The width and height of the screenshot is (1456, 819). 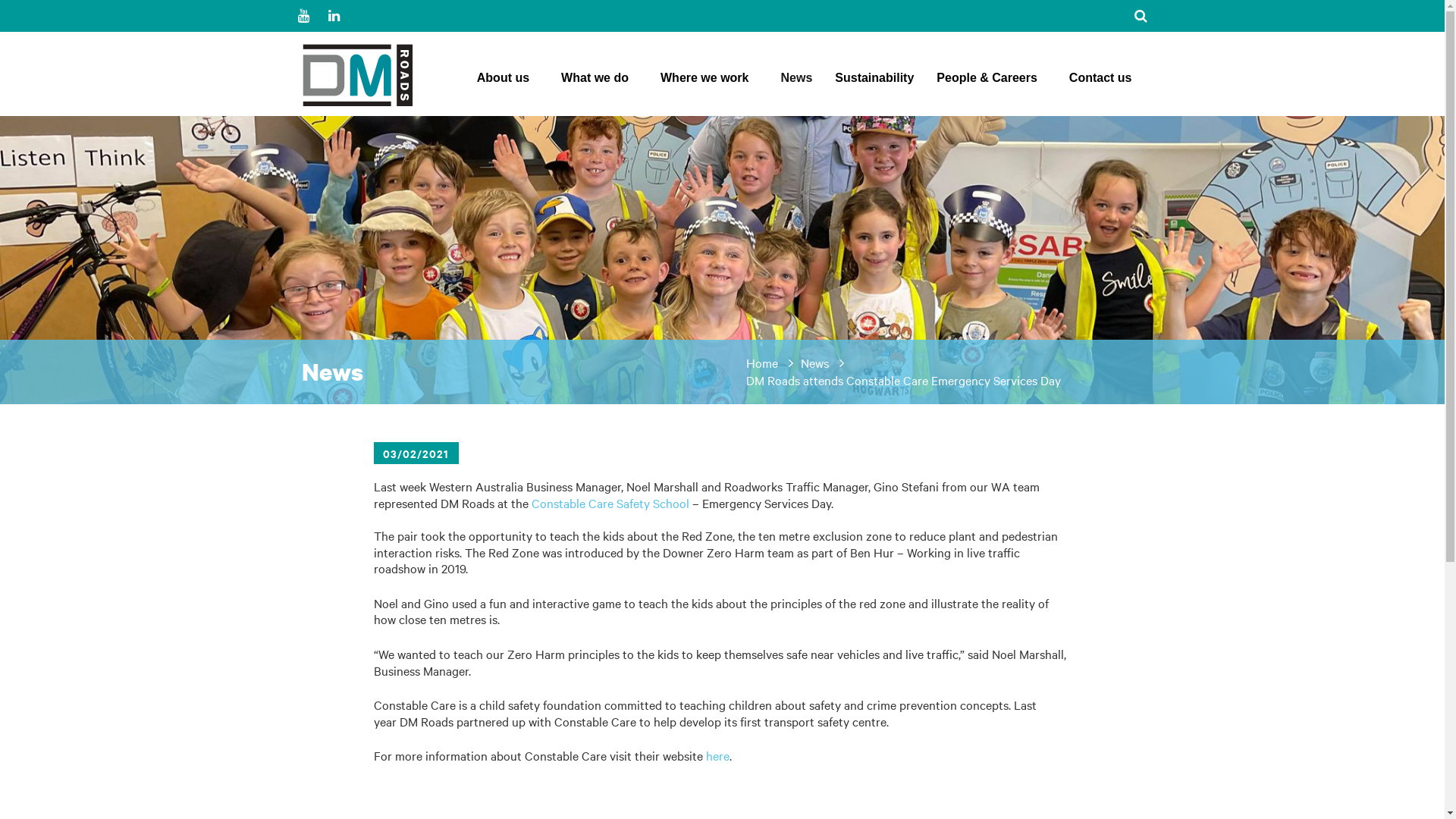 What do you see at coordinates (560, 82) in the screenshot?
I see `'What we do'` at bounding box center [560, 82].